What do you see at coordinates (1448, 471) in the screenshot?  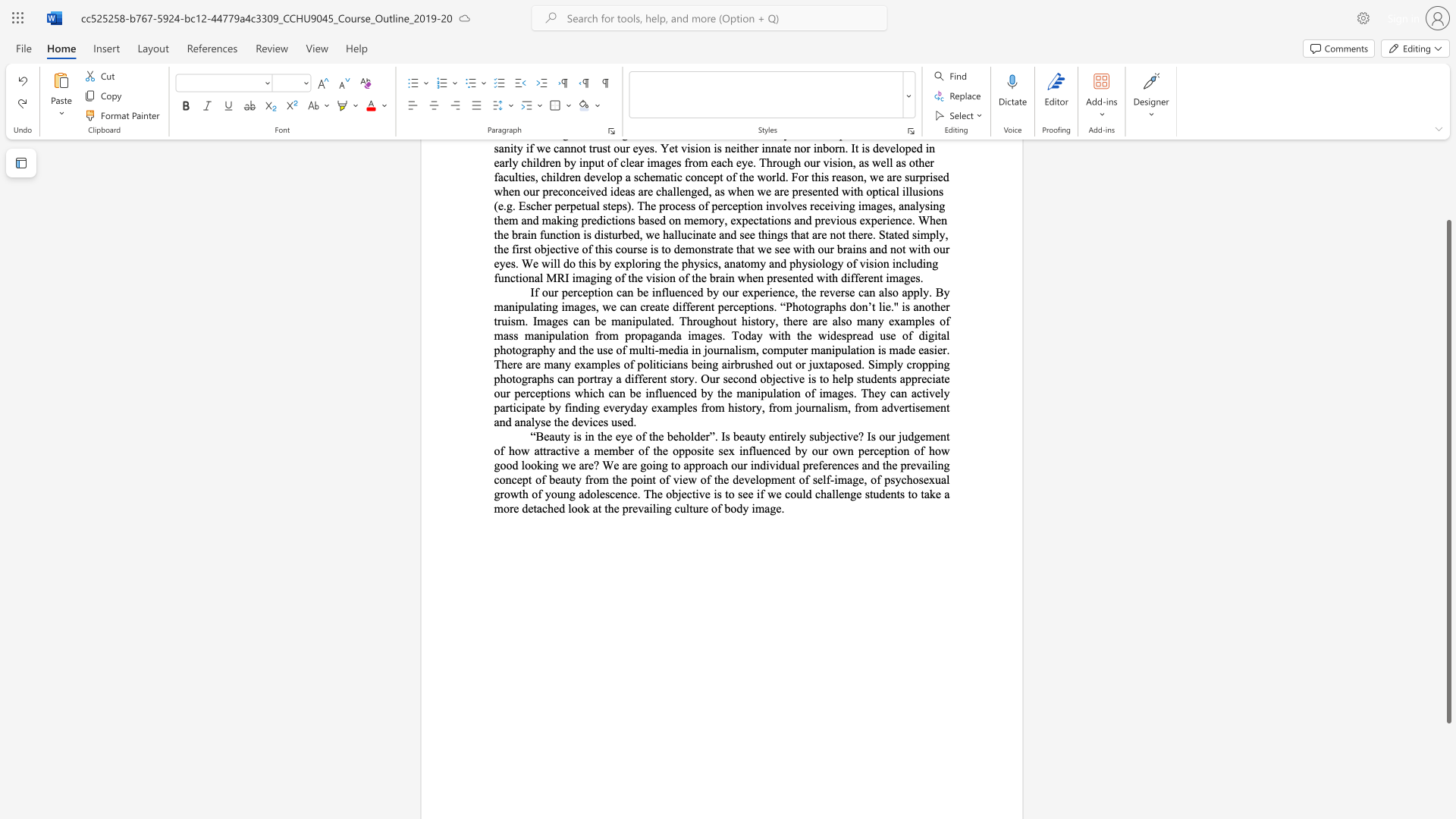 I see `the scrollbar and move down 150 pixels` at bounding box center [1448, 471].